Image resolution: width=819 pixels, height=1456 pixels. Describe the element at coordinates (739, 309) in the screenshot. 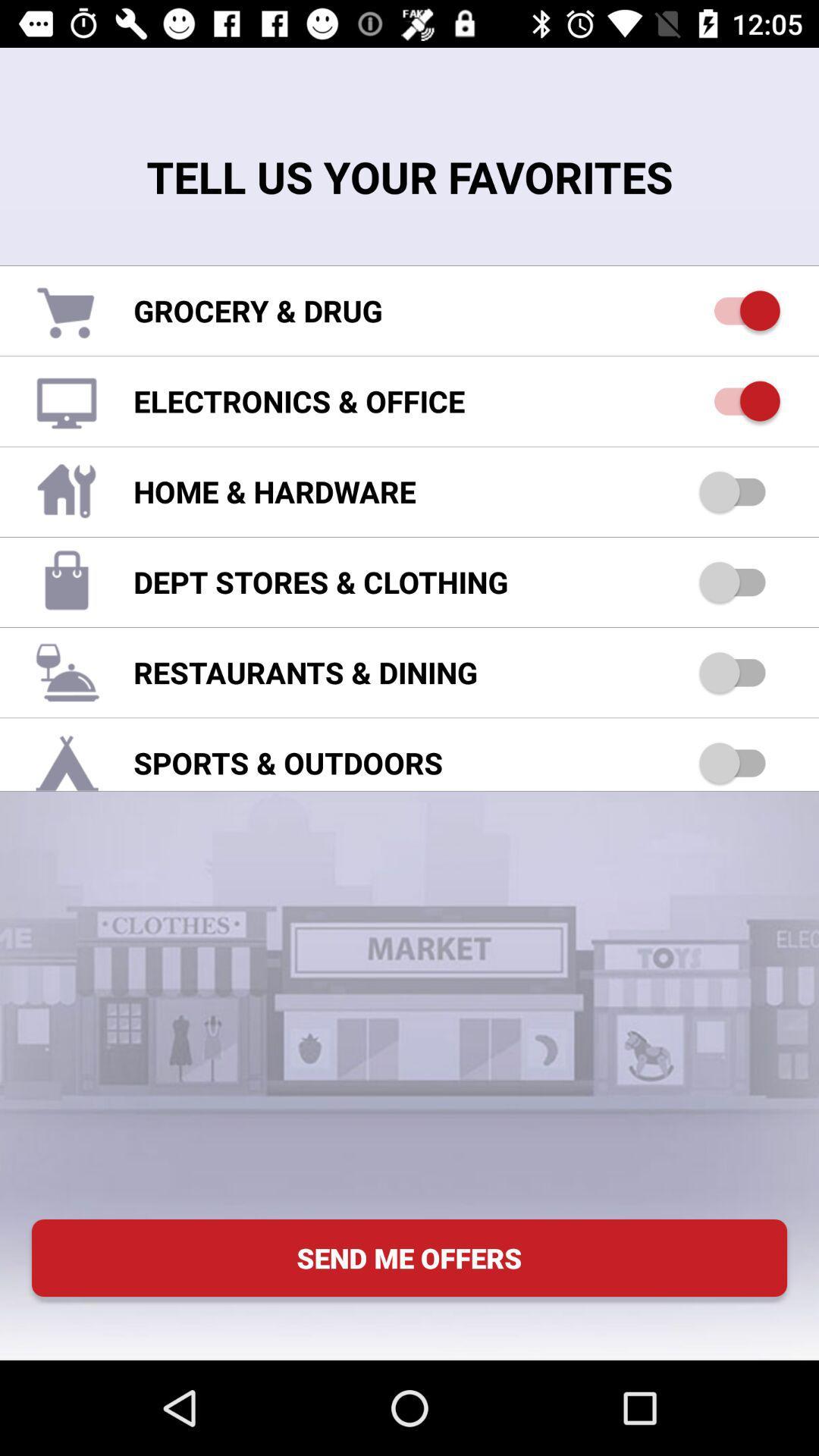

I see `turn off` at that location.